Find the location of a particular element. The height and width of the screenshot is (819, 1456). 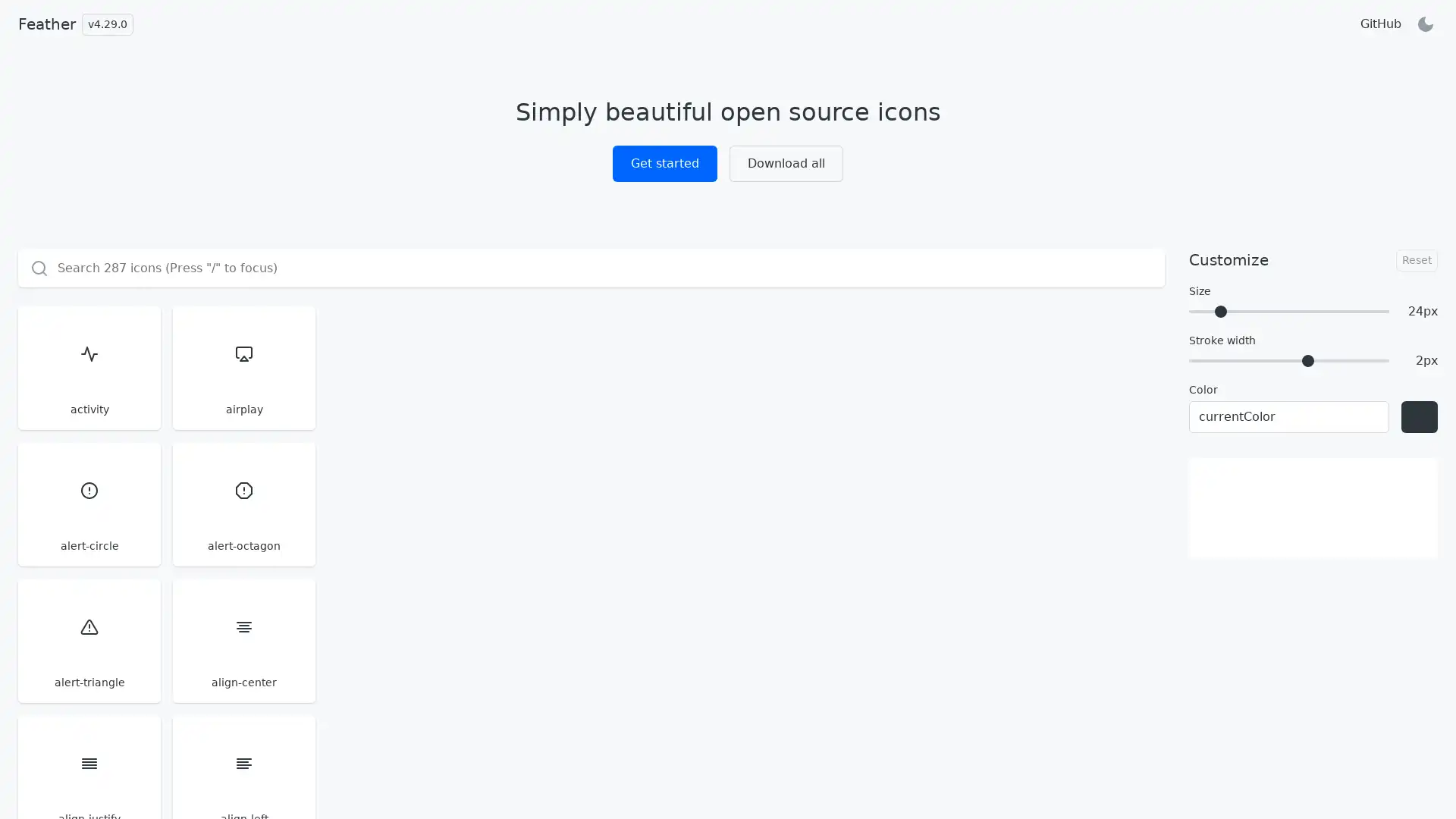

archive is located at coordinates (333, 504).